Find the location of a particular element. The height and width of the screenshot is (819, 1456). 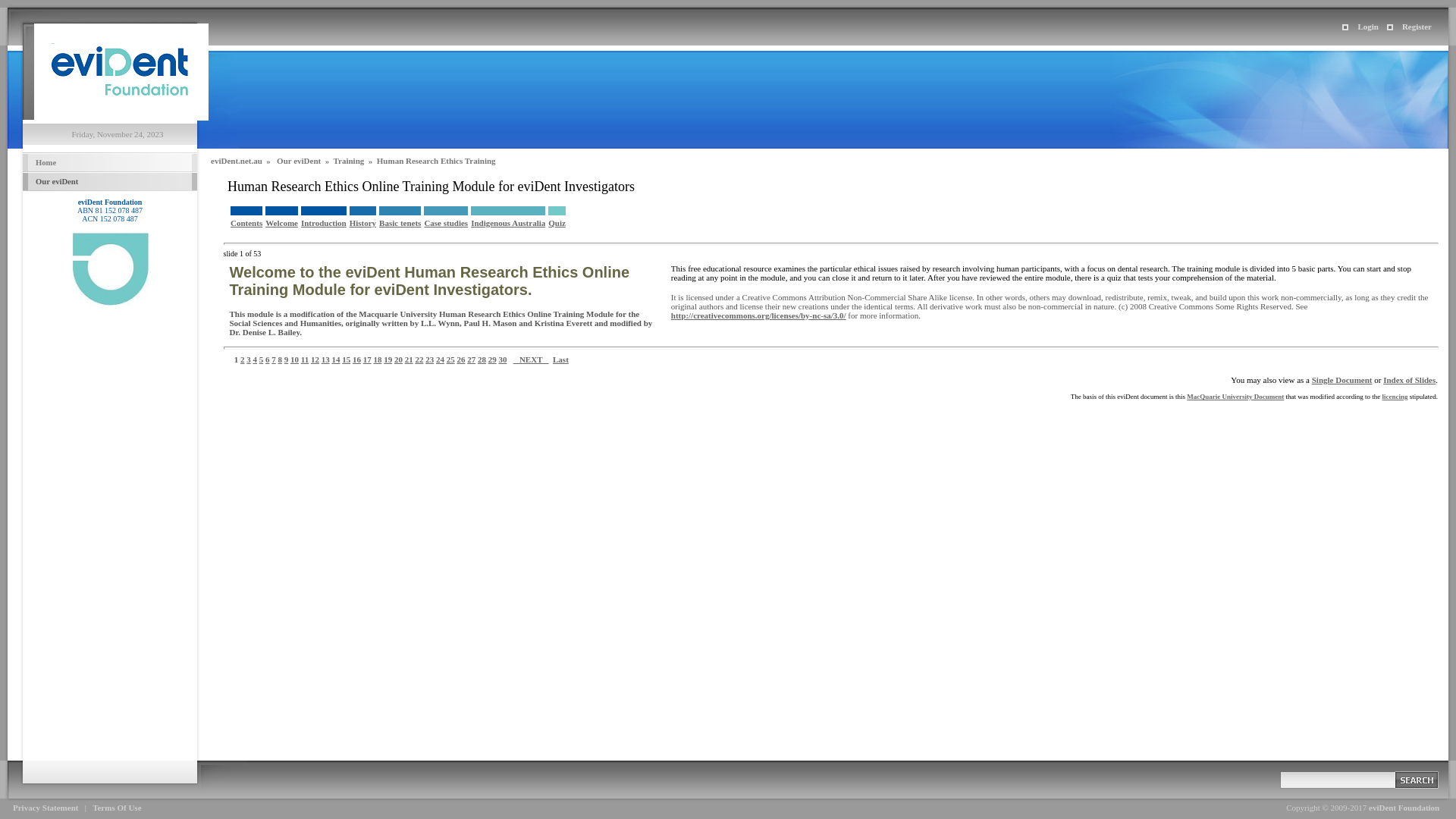

'      Home ' is located at coordinates (108, 162).